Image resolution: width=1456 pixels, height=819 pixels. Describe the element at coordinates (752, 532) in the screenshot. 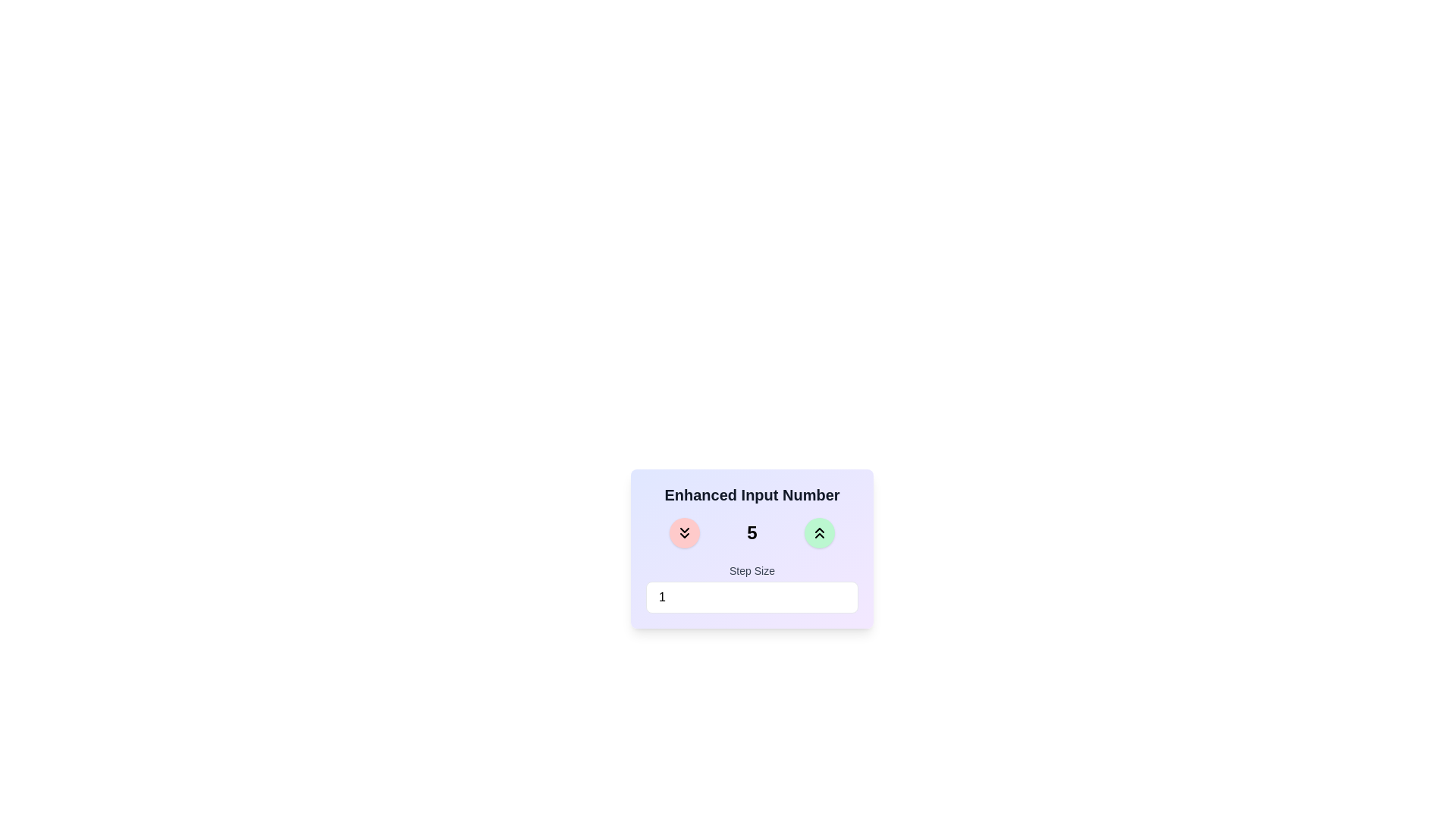

I see `displayed numeral '5' which is centrally located within the 'Enhanced Input Number' card, surrounded by increment and decrement buttons` at that location.